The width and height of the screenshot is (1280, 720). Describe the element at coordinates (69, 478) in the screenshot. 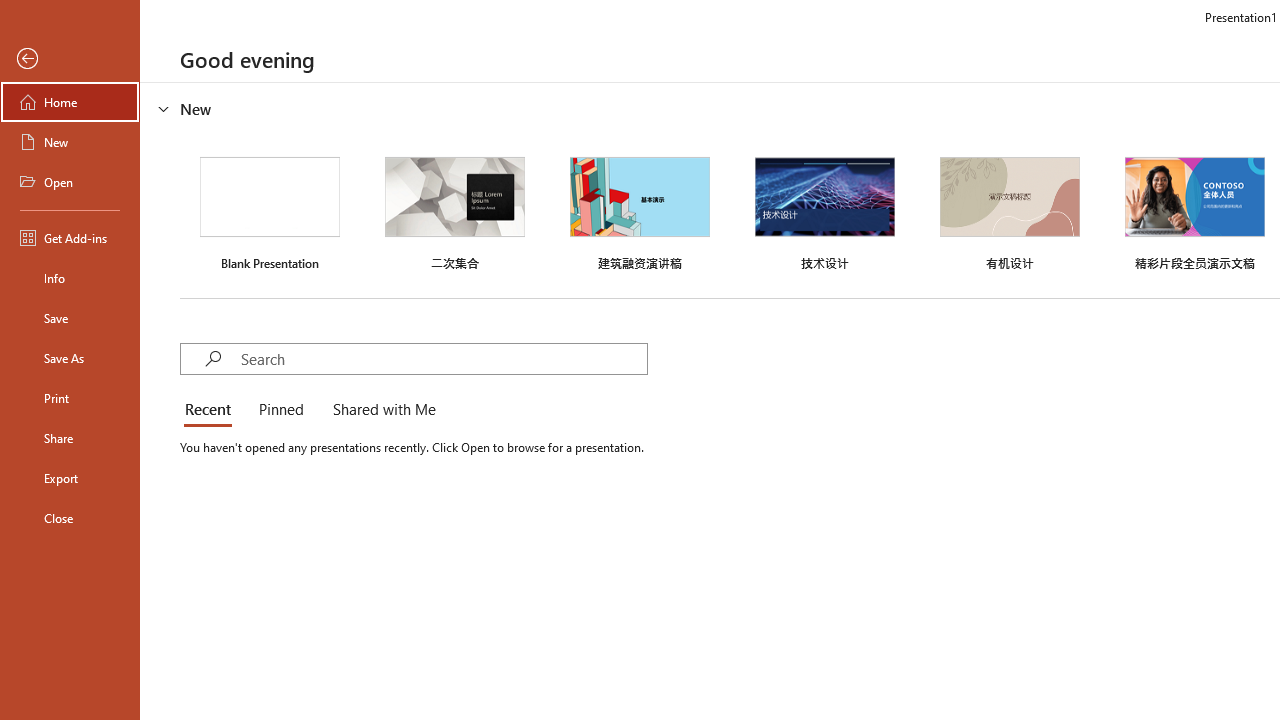

I see `'Export'` at that location.